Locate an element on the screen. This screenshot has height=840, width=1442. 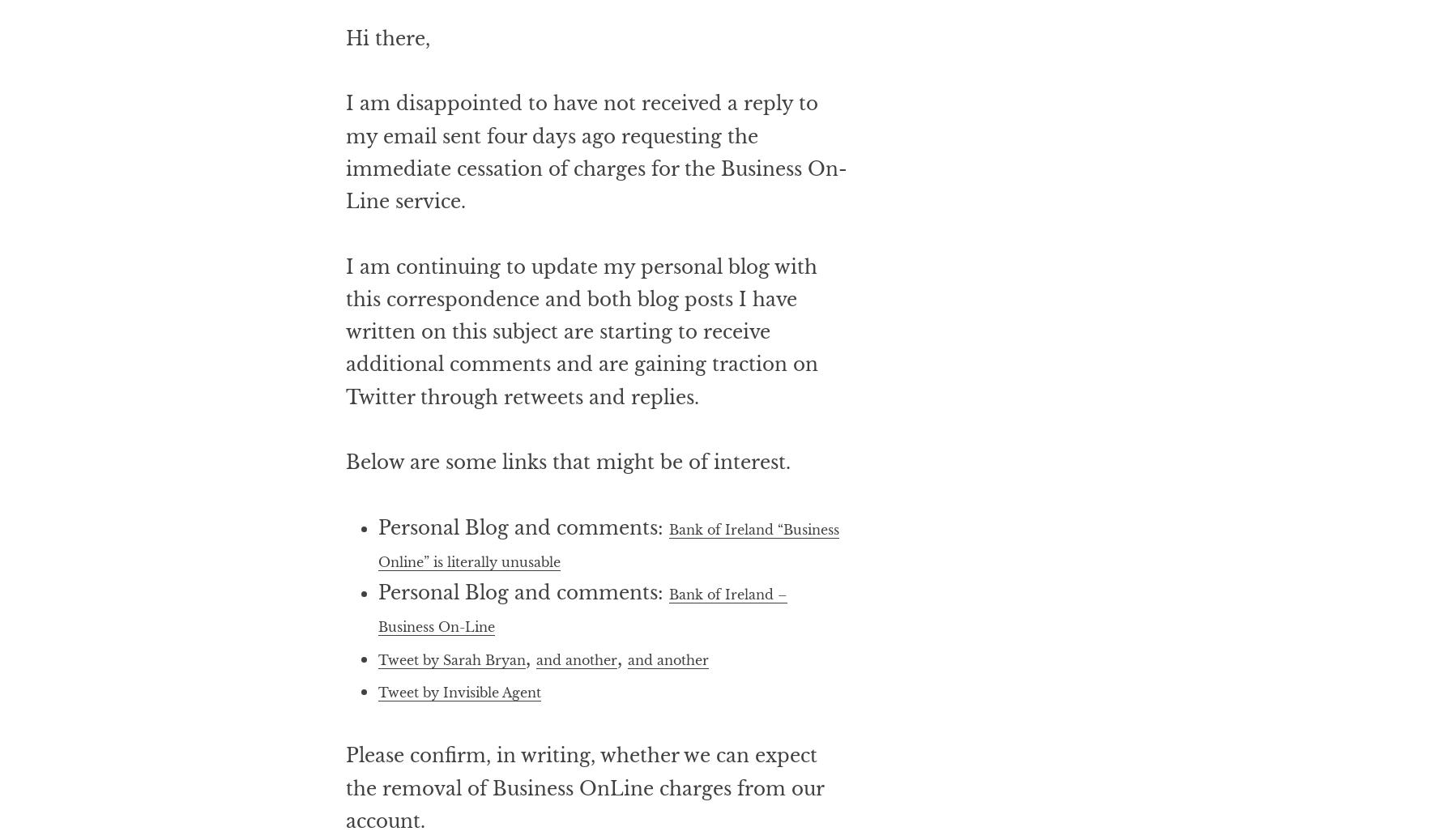
'Bank of Ireland – Business On-Line' is located at coordinates (607, 673).